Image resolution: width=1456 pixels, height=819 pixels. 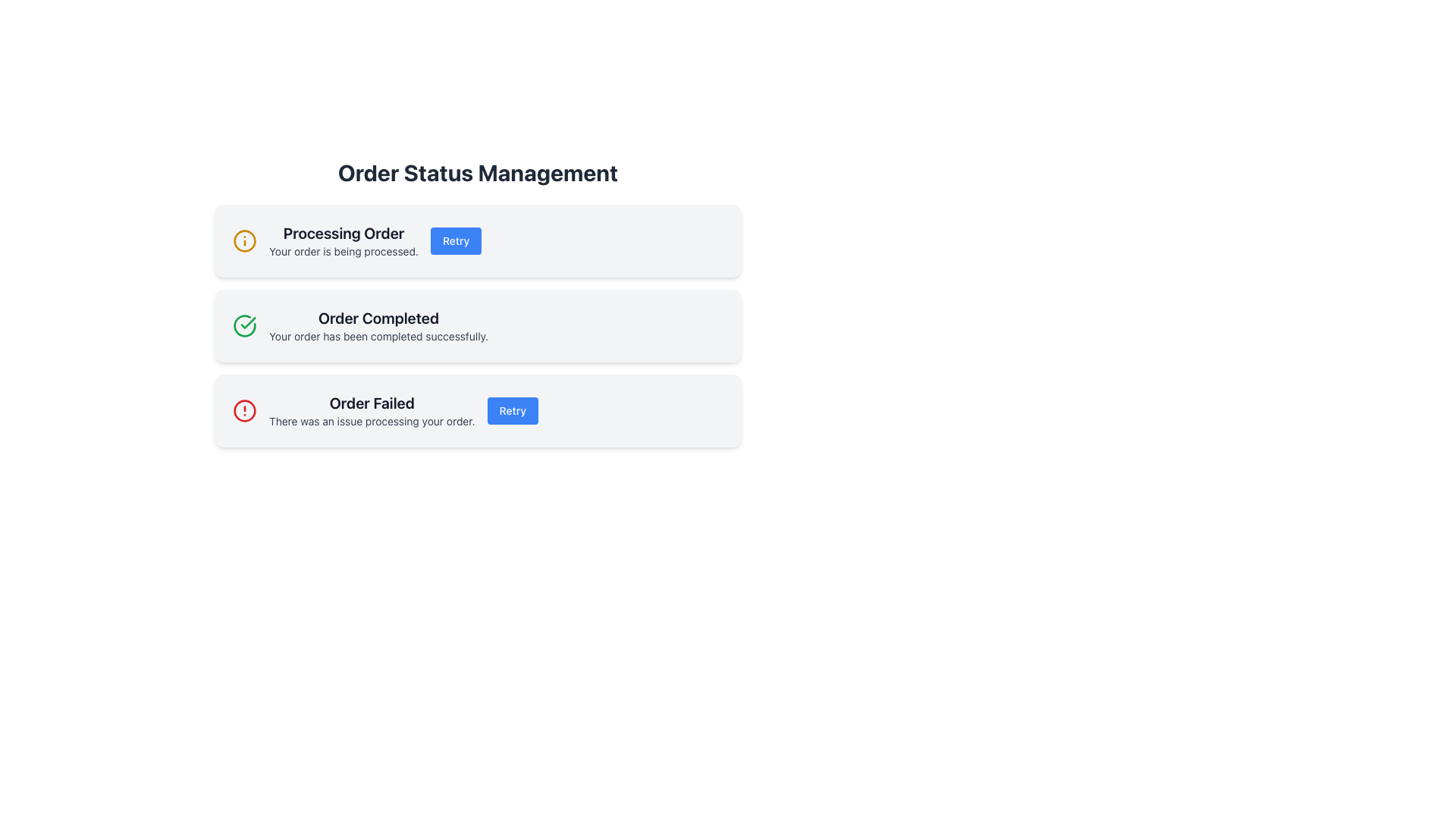 What do you see at coordinates (244, 240) in the screenshot?
I see `the circular information icon with a yellow border and white background located to the left of the 'Processing Order' header at the top of the status sections` at bounding box center [244, 240].